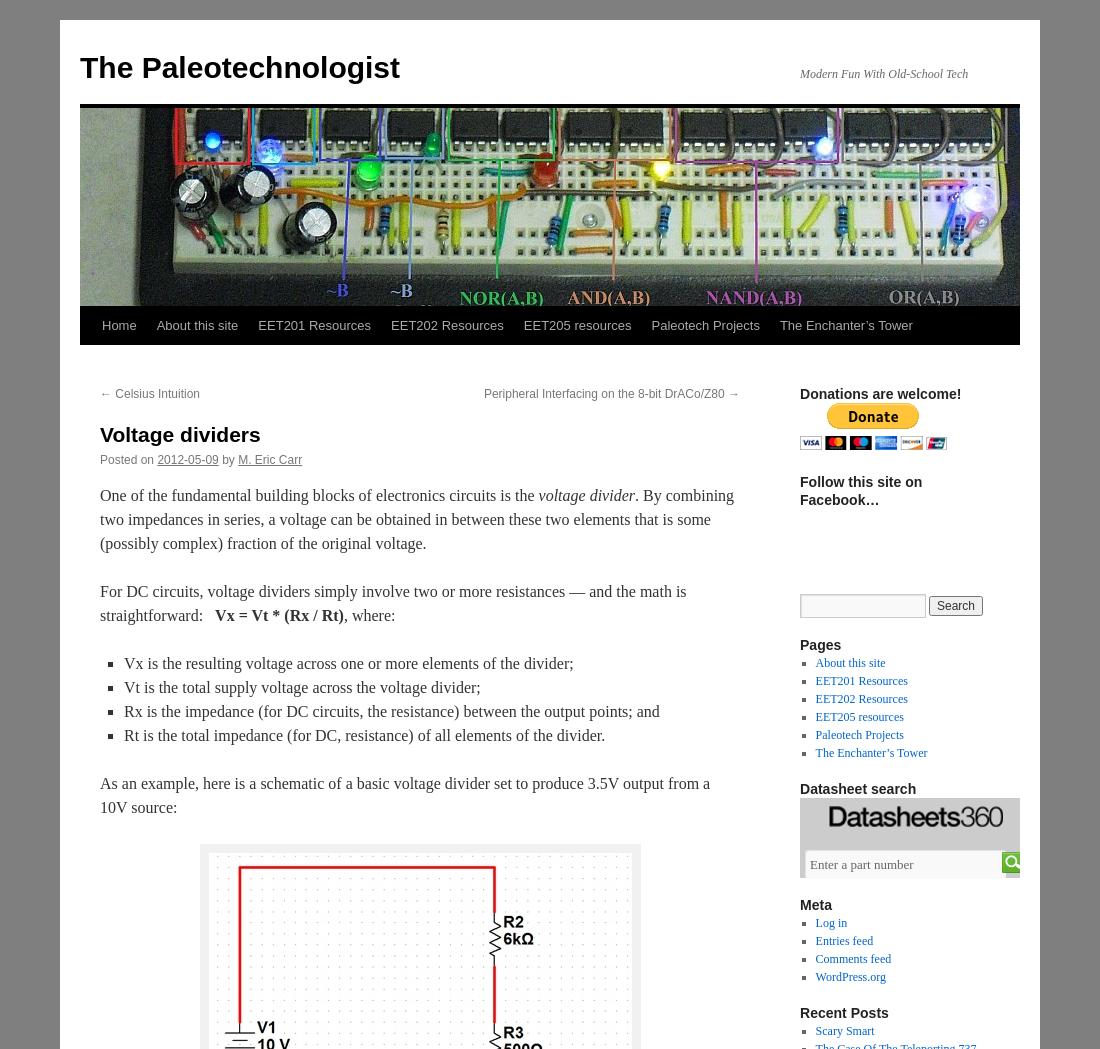  What do you see at coordinates (852, 958) in the screenshot?
I see `'Comments feed'` at bounding box center [852, 958].